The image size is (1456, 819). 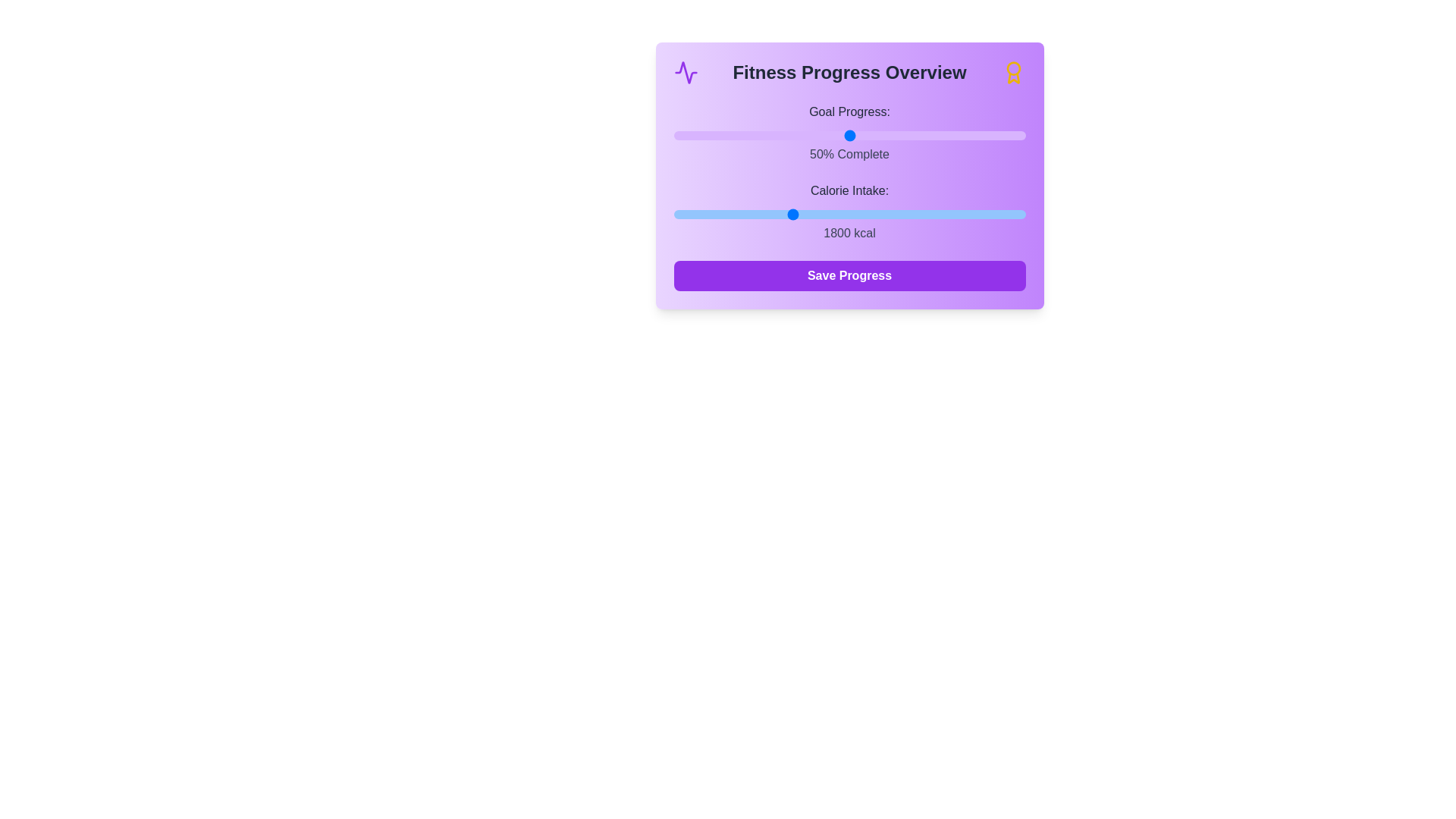 What do you see at coordinates (768, 214) in the screenshot?
I see `calorie intake` at bounding box center [768, 214].